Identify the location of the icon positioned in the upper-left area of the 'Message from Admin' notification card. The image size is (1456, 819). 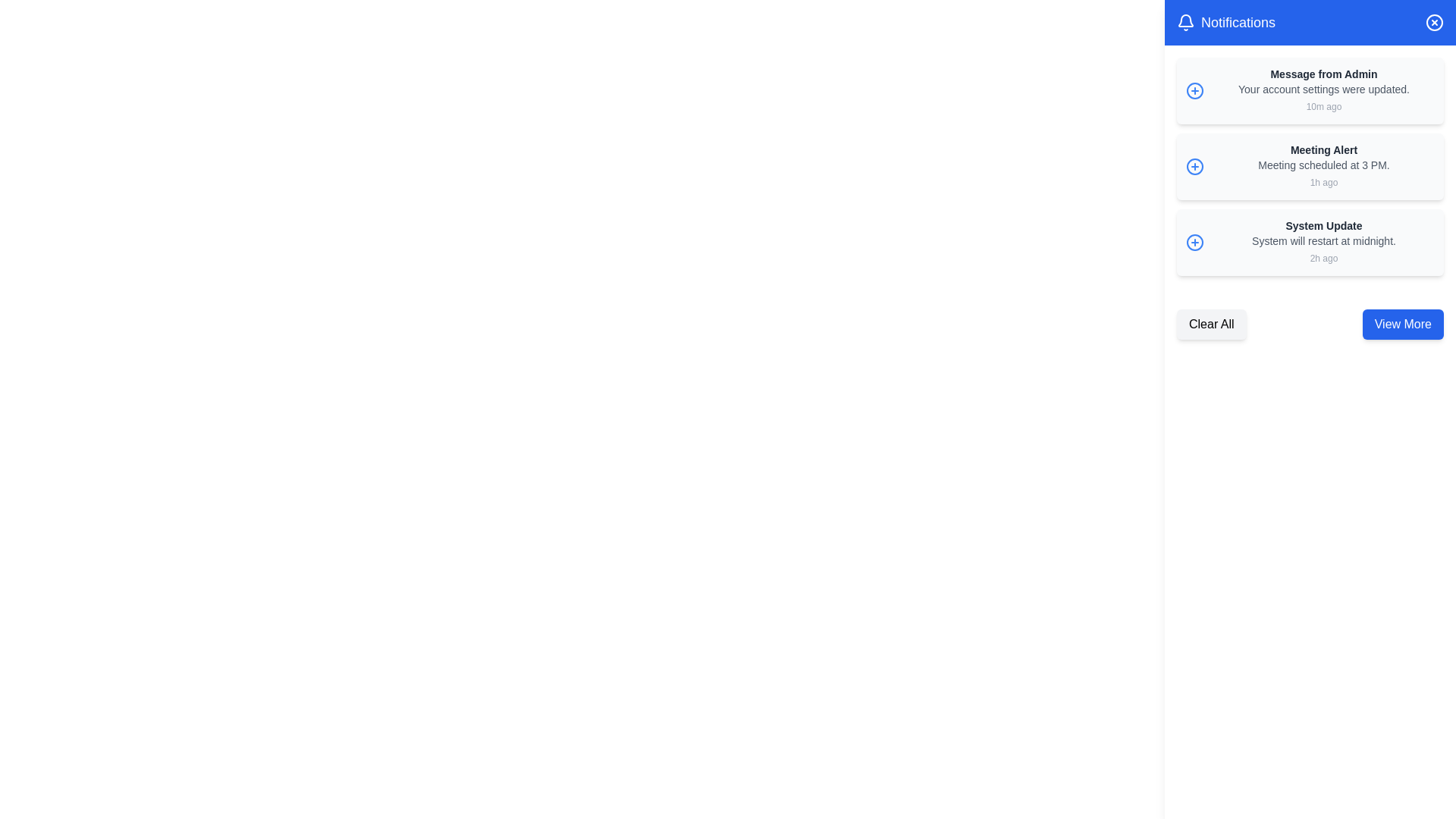
(1194, 90).